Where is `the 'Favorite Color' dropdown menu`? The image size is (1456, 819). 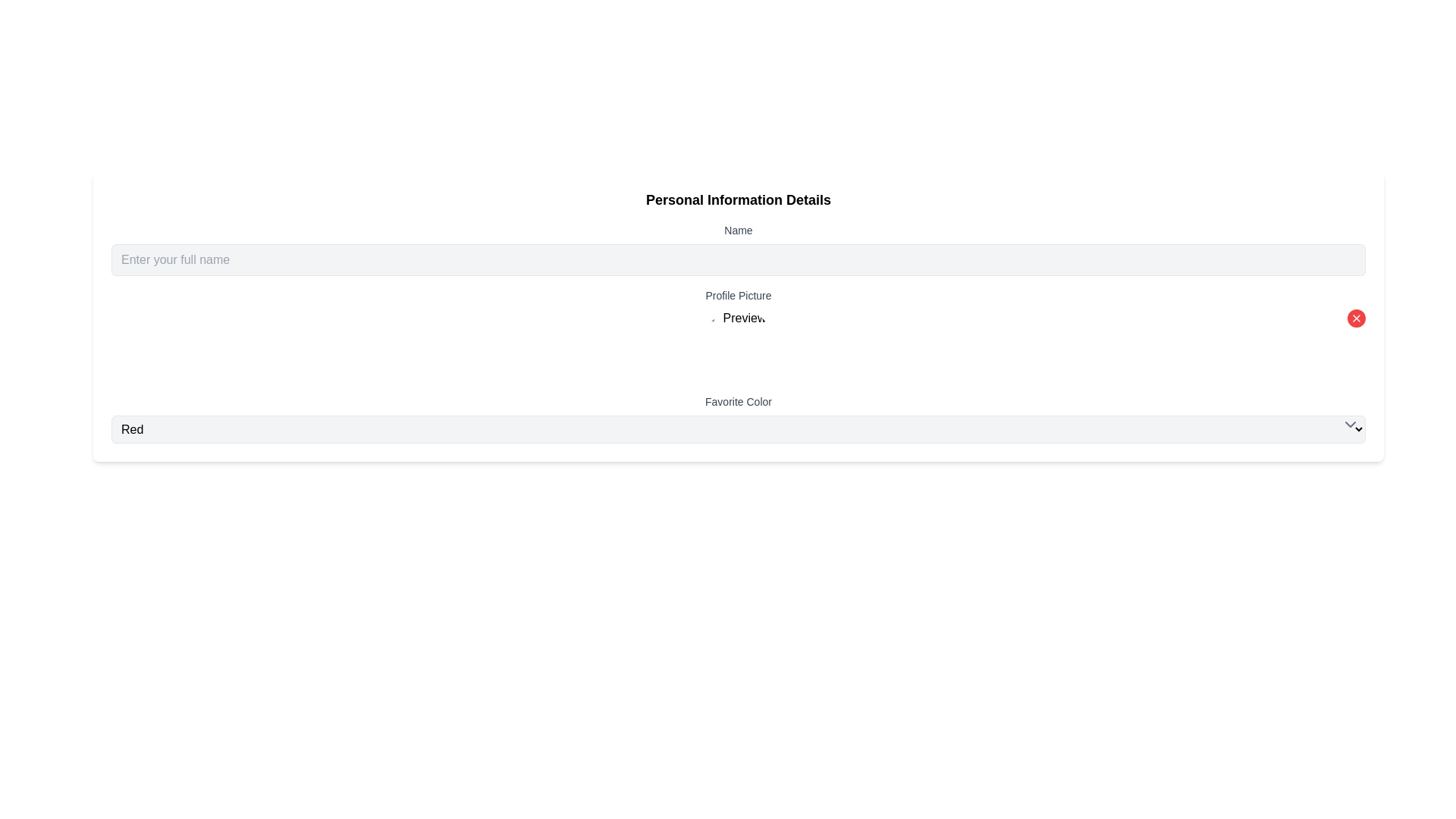 the 'Favorite Color' dropdown menu is located at coordinates (739, 419).